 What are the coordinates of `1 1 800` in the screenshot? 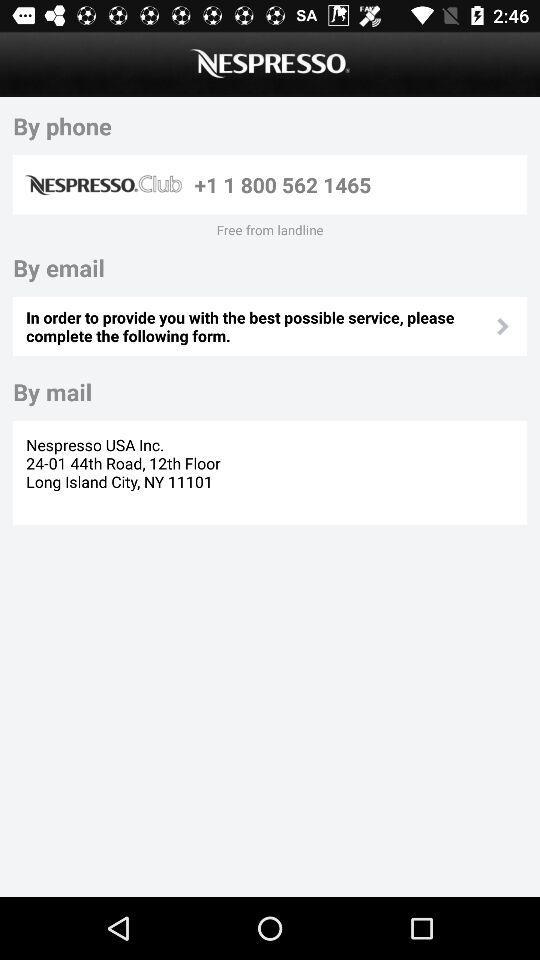 It's located at (356, 184).